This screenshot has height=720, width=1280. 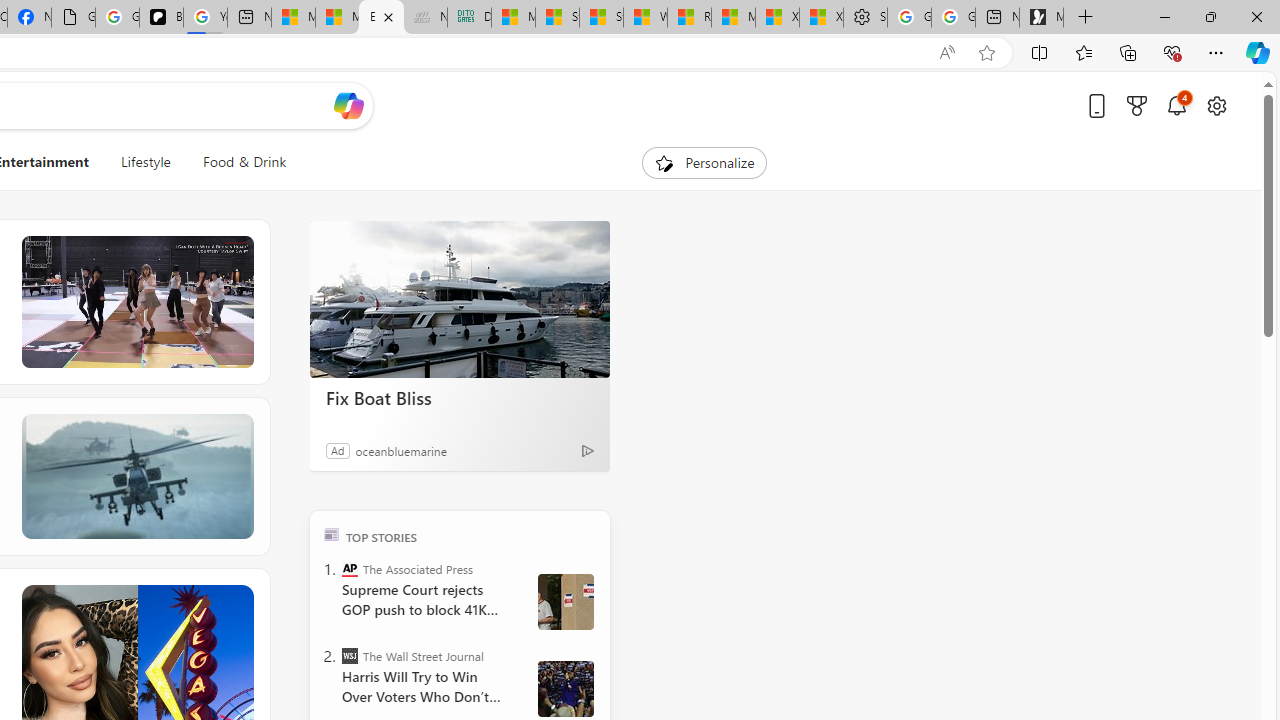 What do you see at coordinates (1040, 17) in the screenshot?
I see `'Microsoft Start Gaming'` at bounding box center [1040, 17].